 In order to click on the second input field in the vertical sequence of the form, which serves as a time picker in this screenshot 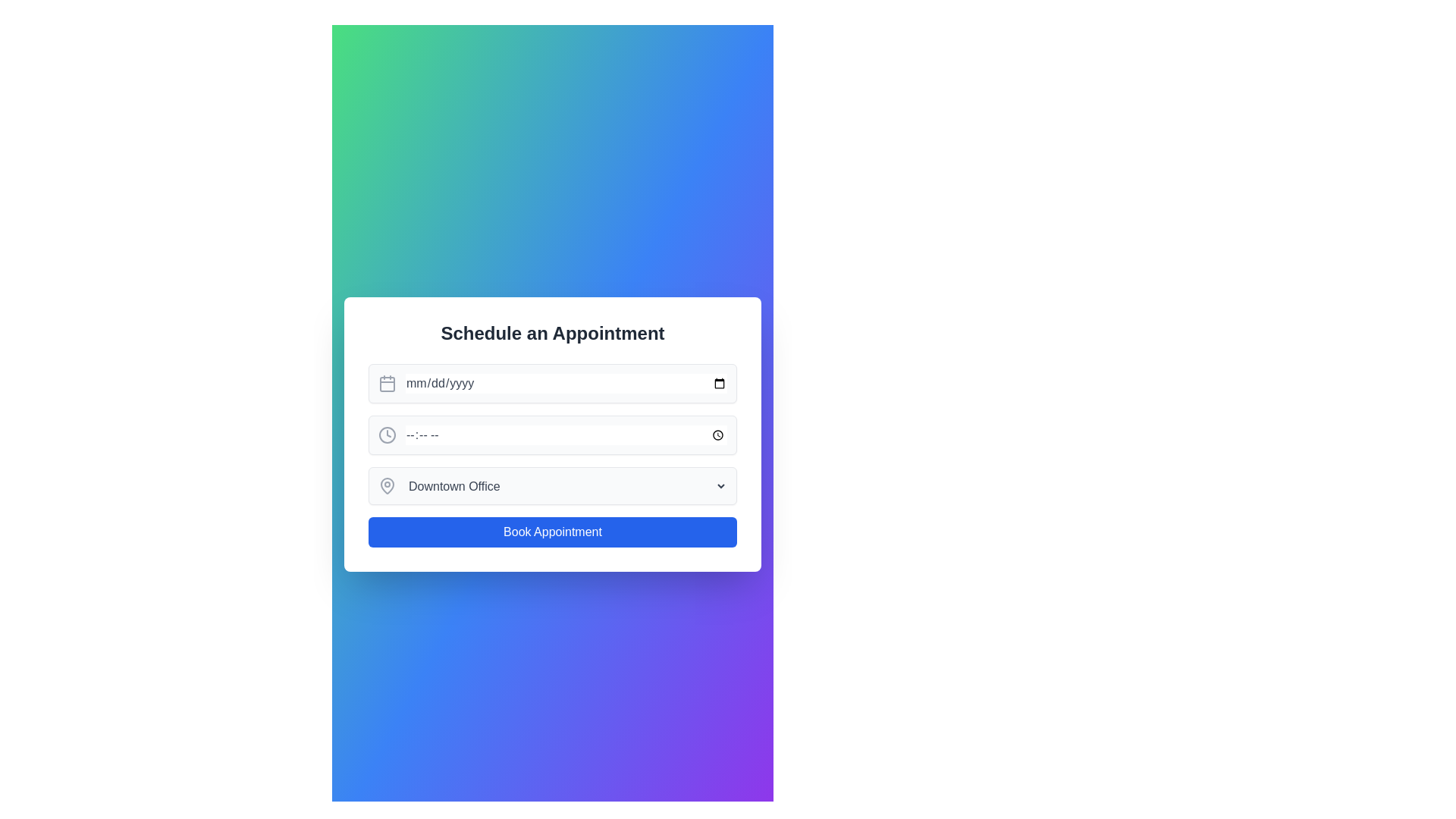, I will do `click(552, 435)`.